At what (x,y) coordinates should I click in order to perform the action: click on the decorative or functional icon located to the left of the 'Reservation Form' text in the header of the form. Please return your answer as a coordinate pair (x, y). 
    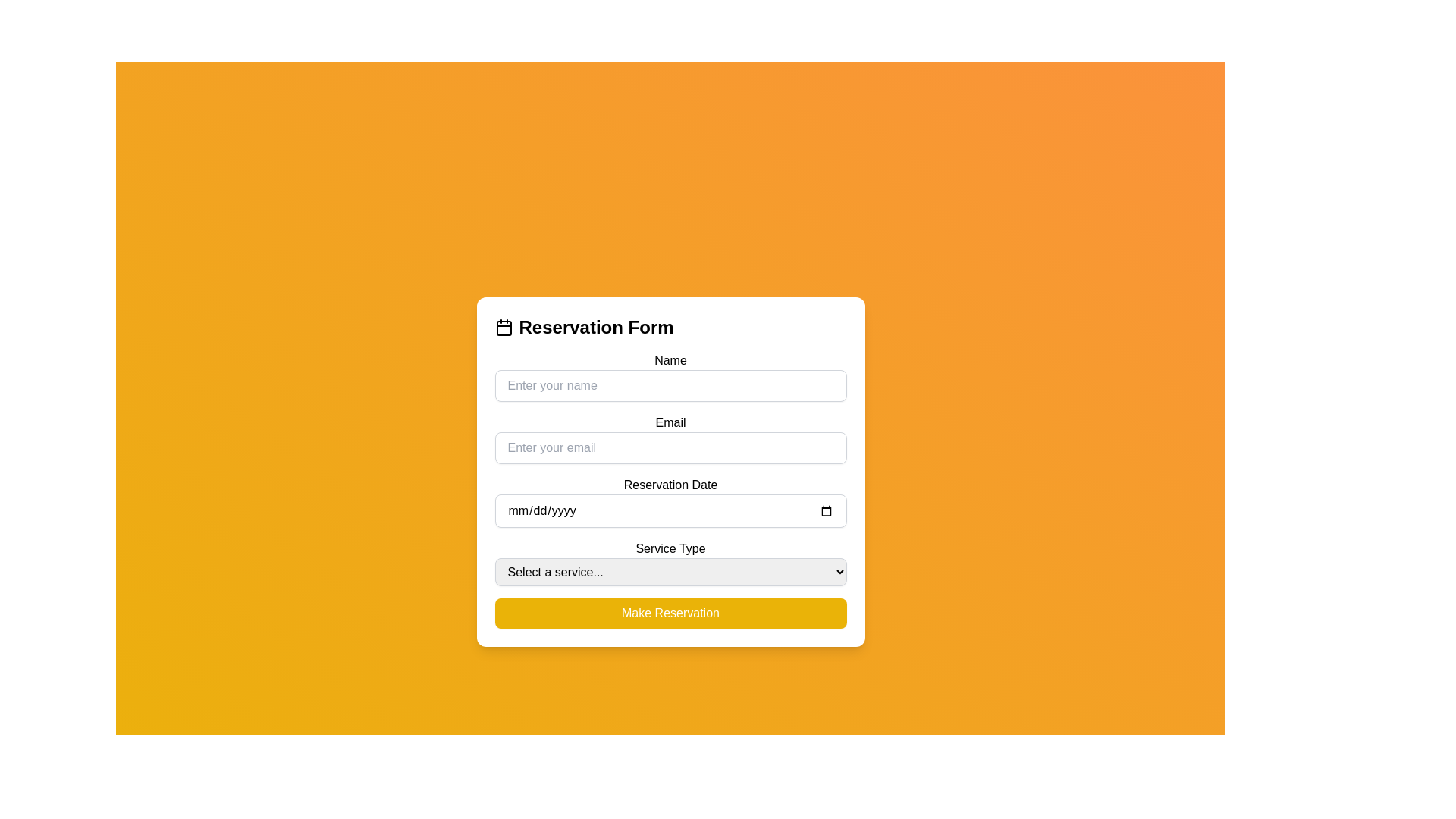
    Looking at the image, I should click on (504, 326).